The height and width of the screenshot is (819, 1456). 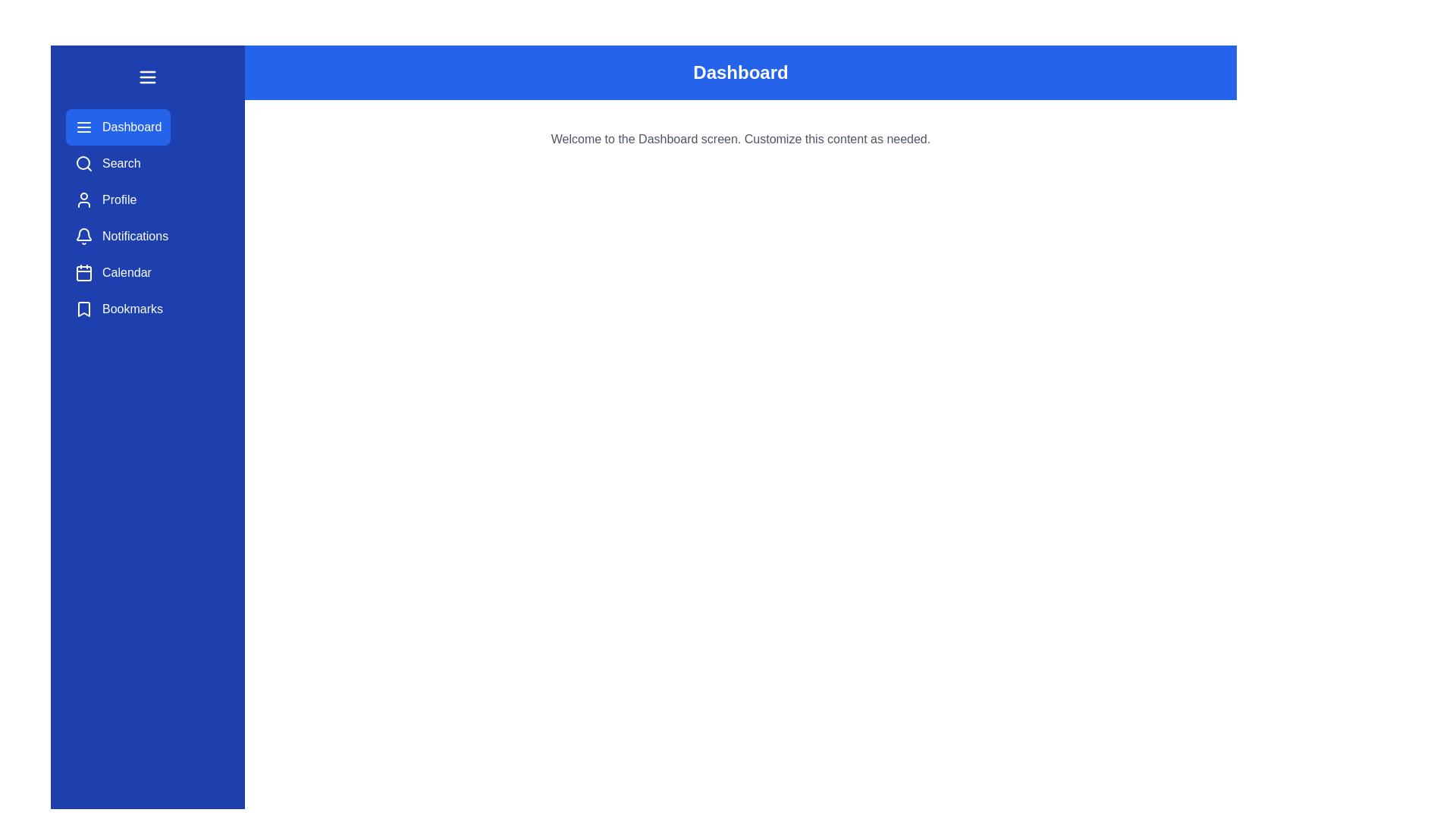 I want to click on the Interactive menu item that navigates to the Profile section, positioned as the third item in the vertical navigation menu, so click(x=105, y=199).